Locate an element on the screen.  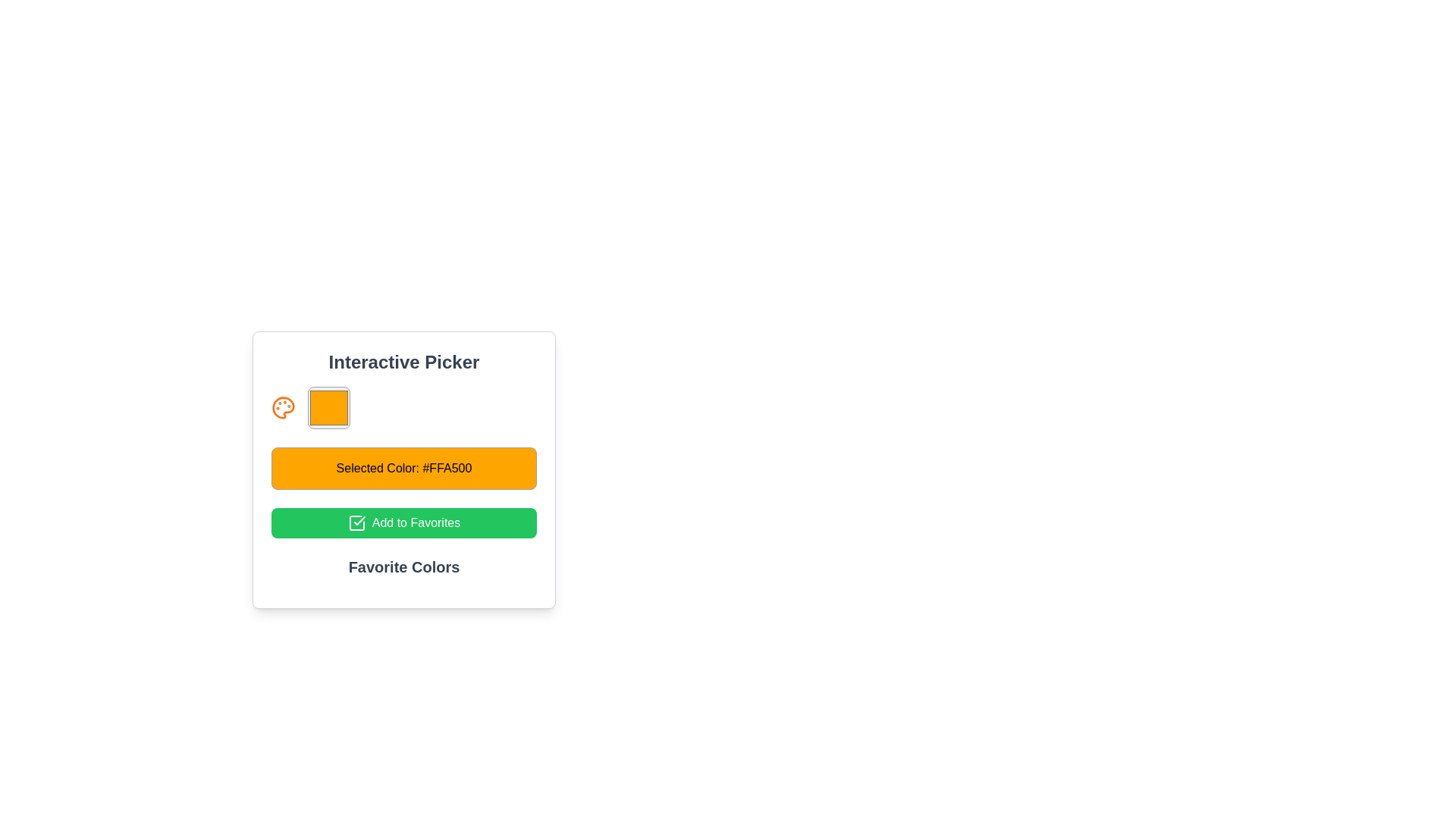
the Color display section located beneath the title 'Interactive Picker' and above the 'Selected Color' section by clicking on it is located at coordinates (403, 406).